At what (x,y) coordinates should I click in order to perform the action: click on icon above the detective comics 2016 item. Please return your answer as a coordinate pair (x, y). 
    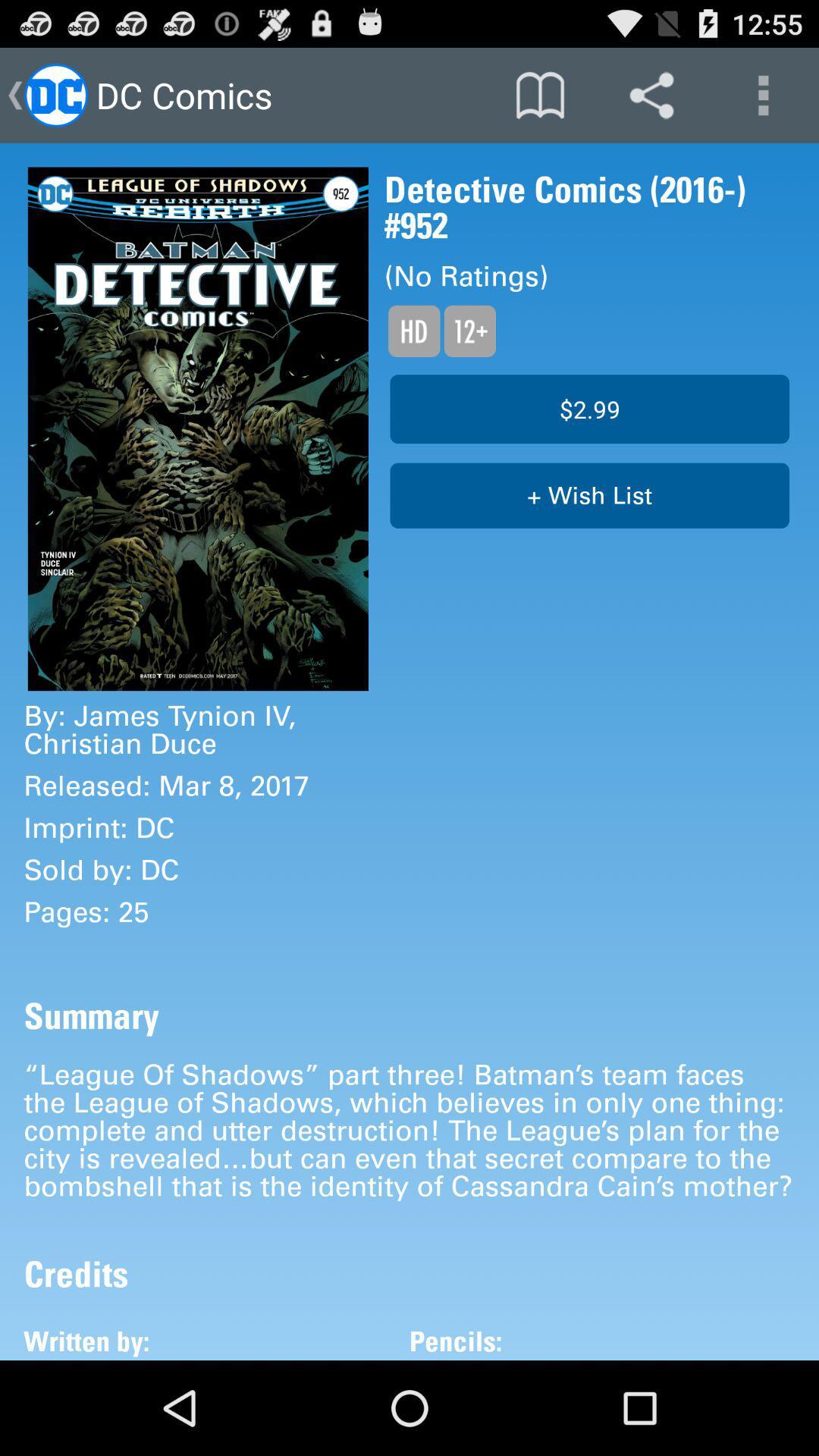
    Looking at the image, I should click on (763, 94).